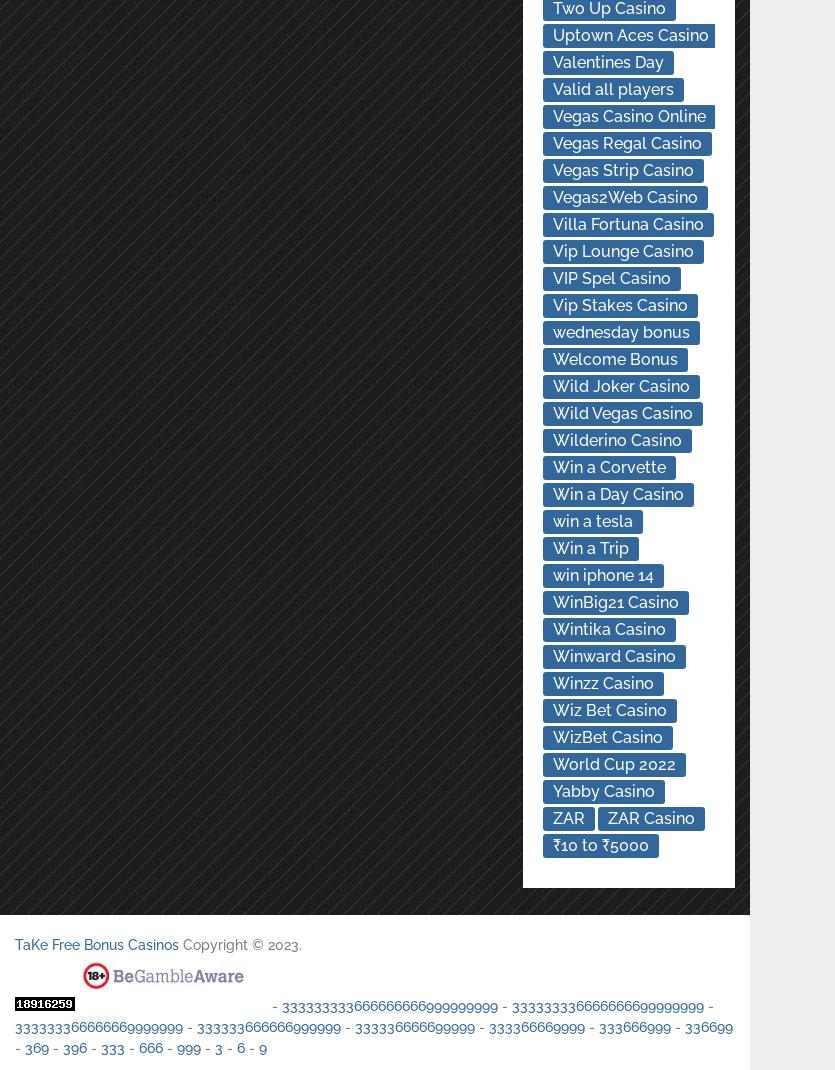 This screenshot has height=1070, width=835. I want to click on 'Wiz Bet Casino', so click(607, 710).